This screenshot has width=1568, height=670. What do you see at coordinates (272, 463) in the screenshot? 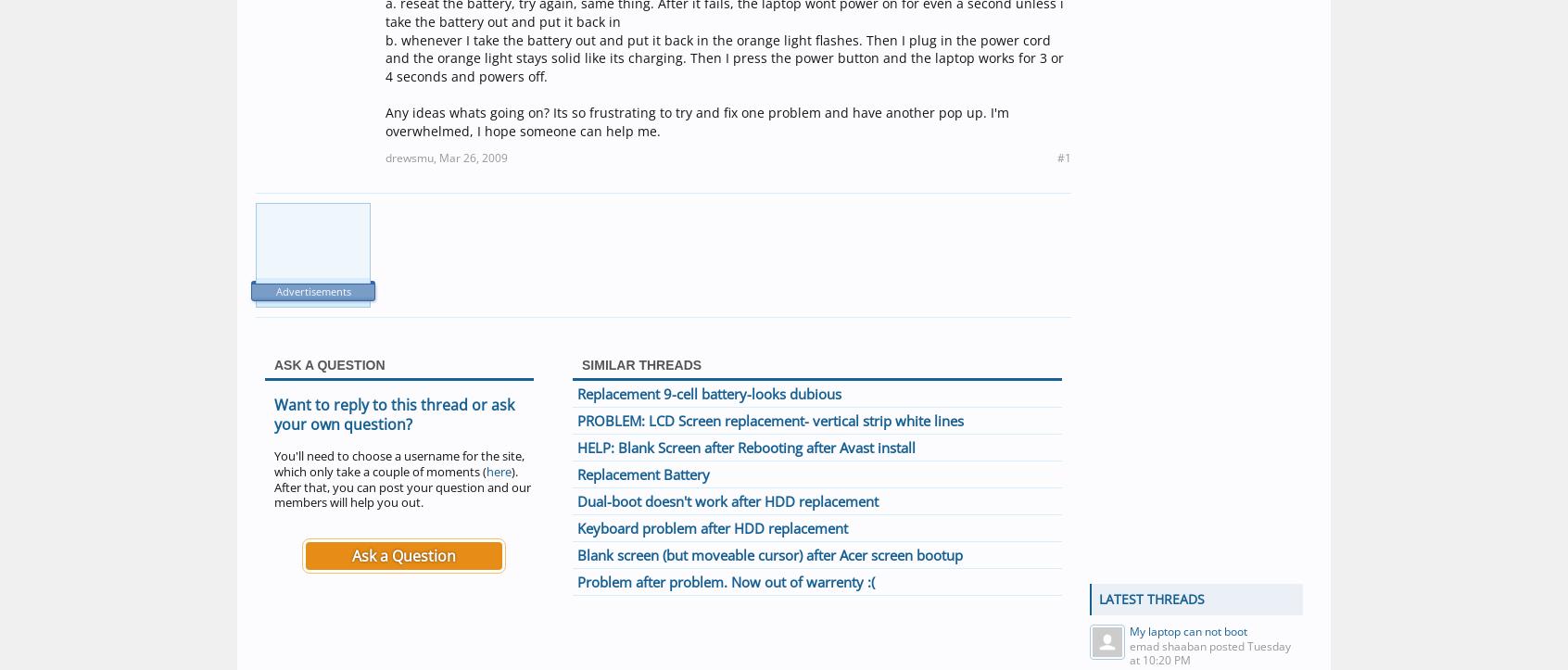
I see `'You'll need to choose a username for the site, which only take a couple of moments ('` at bounding box center [272, 463].